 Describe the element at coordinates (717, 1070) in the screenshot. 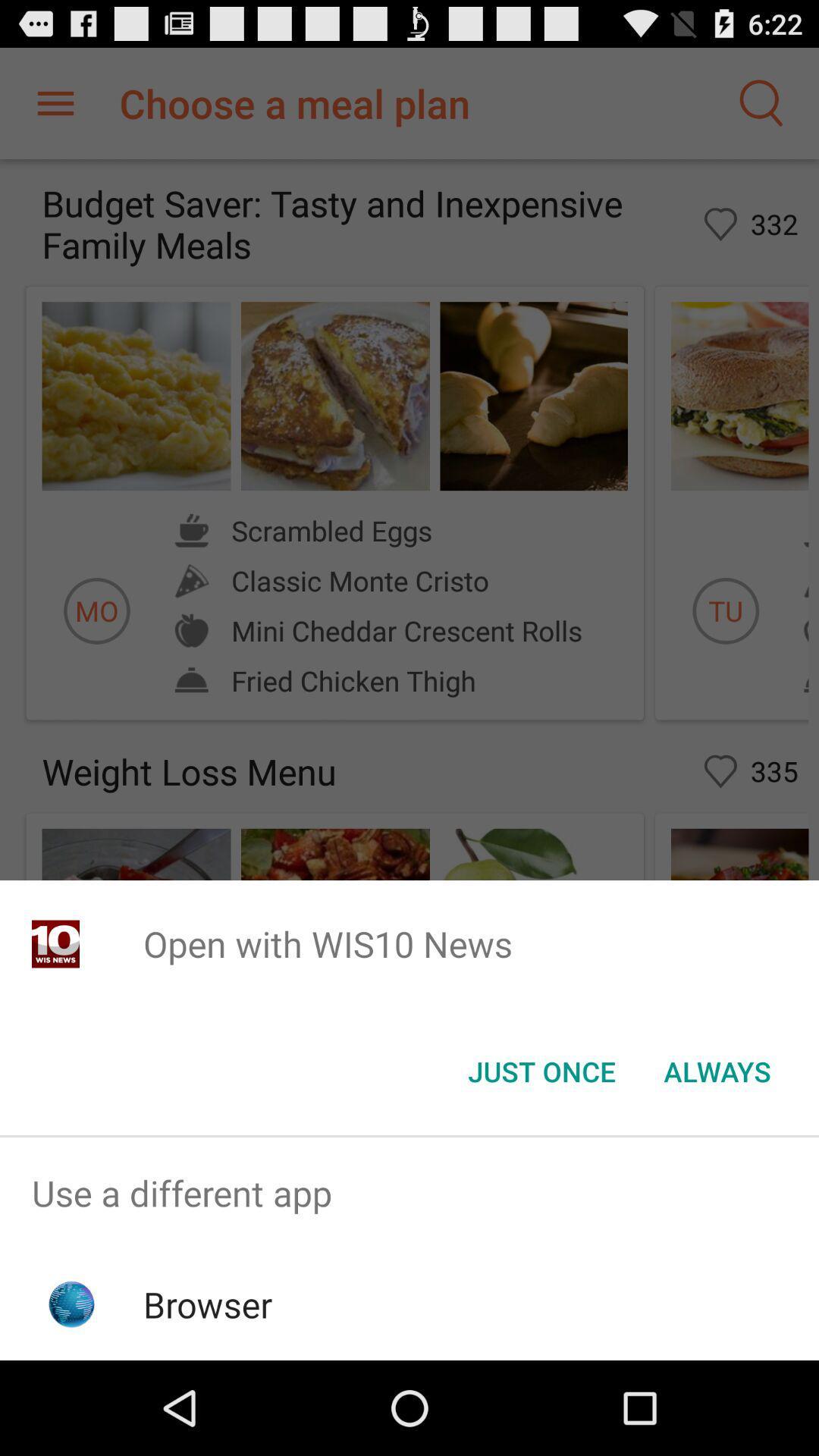

I see `the item next to just once button` at that location.